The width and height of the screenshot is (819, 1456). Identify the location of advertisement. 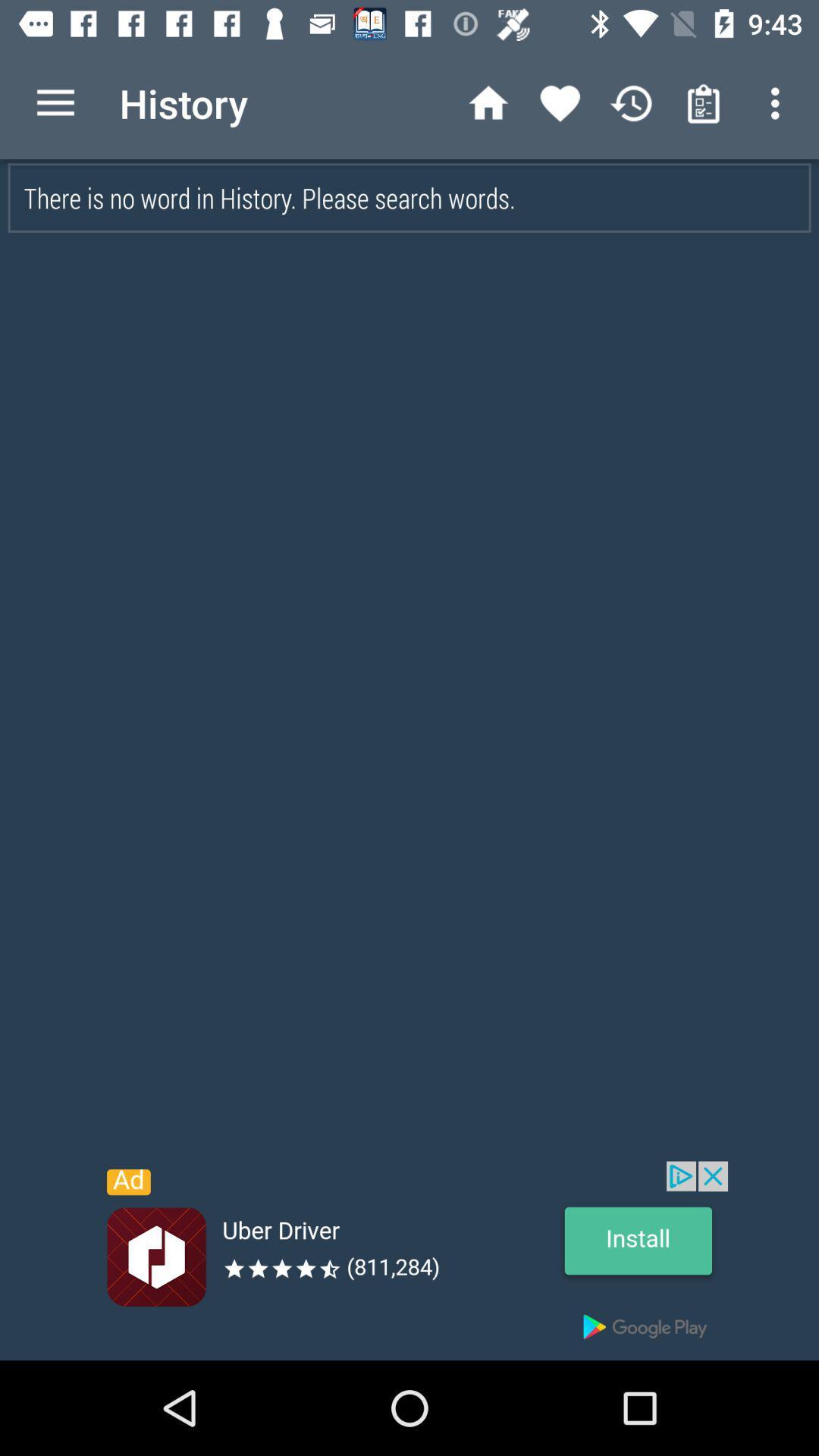
(409, 1260).